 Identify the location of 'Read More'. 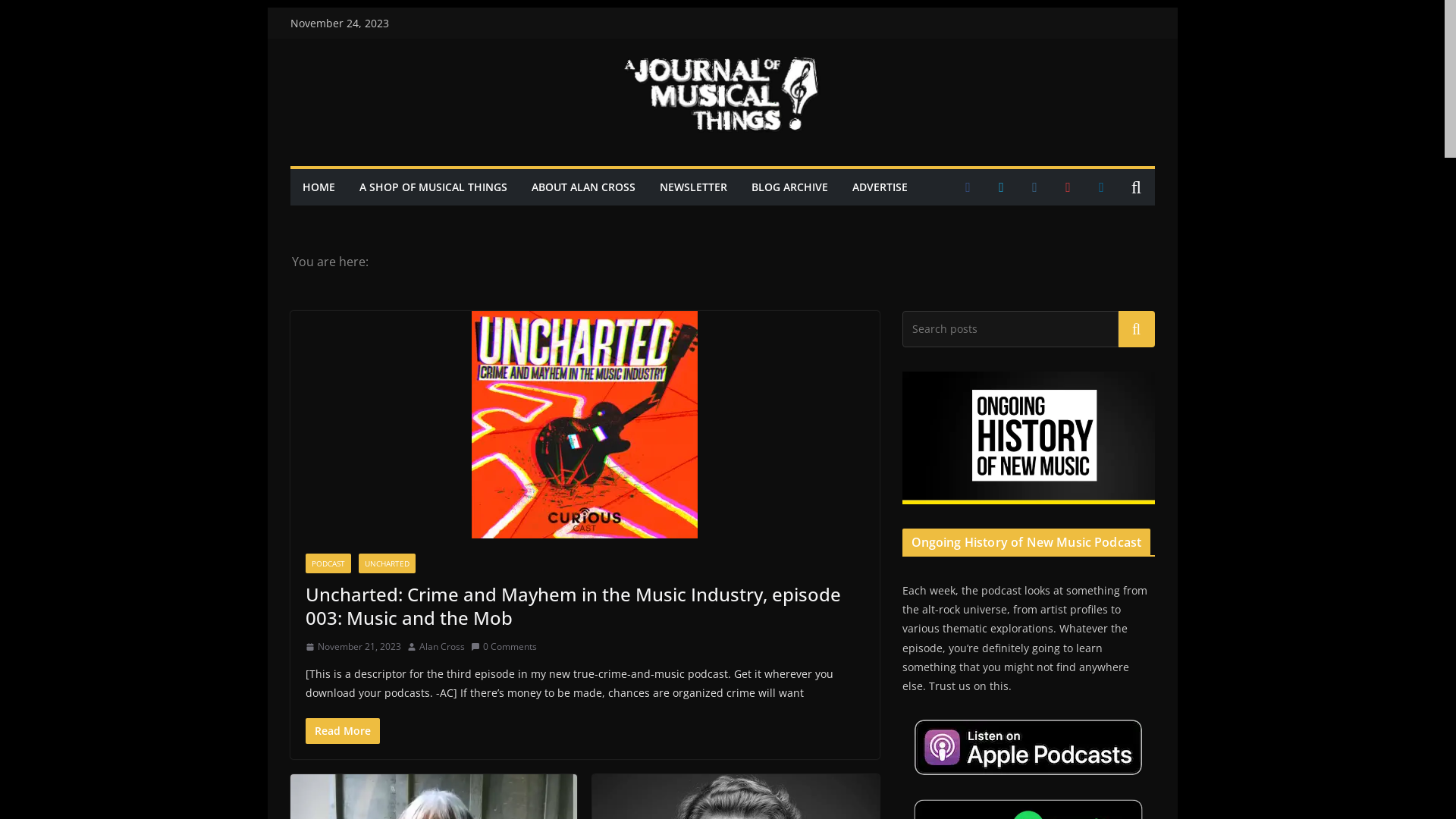
(304, 730).